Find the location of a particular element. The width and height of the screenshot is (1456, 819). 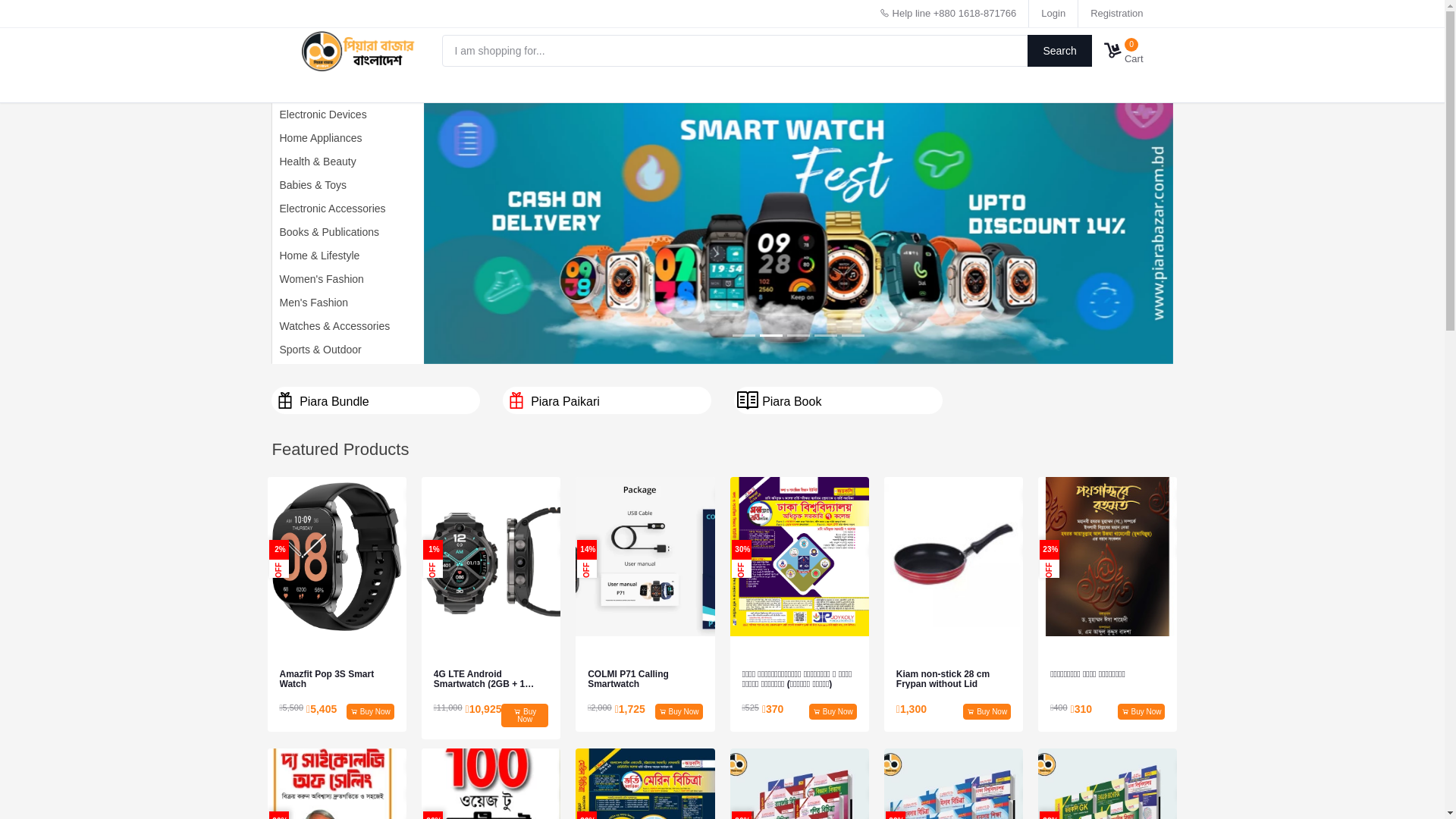

'Health & Beauty' is located at coordinates (271, 161).